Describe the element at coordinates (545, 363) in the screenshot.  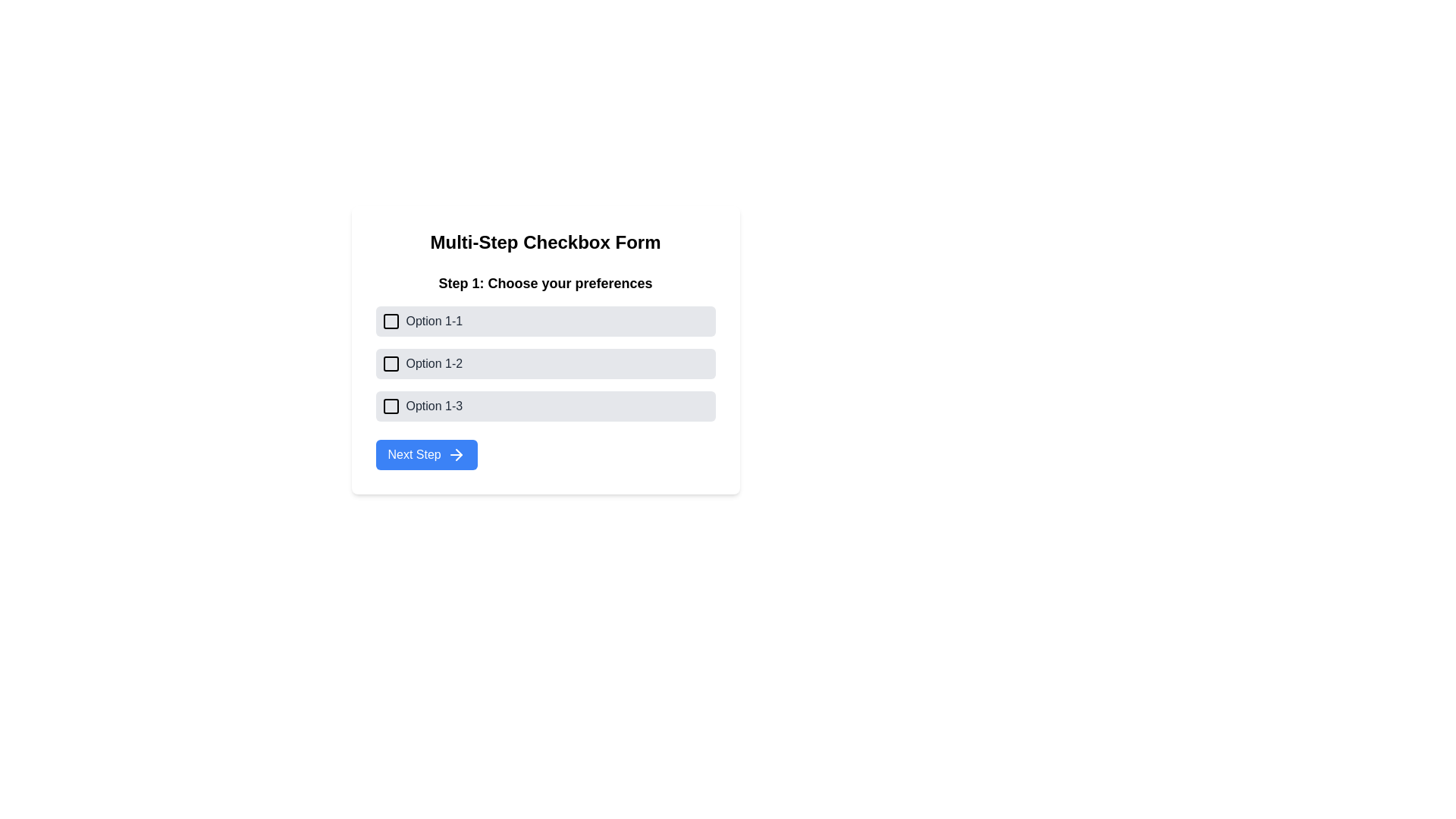
I see `the second checkbox option labeled 'Option 1-2' in the preferences selection list` at that location.